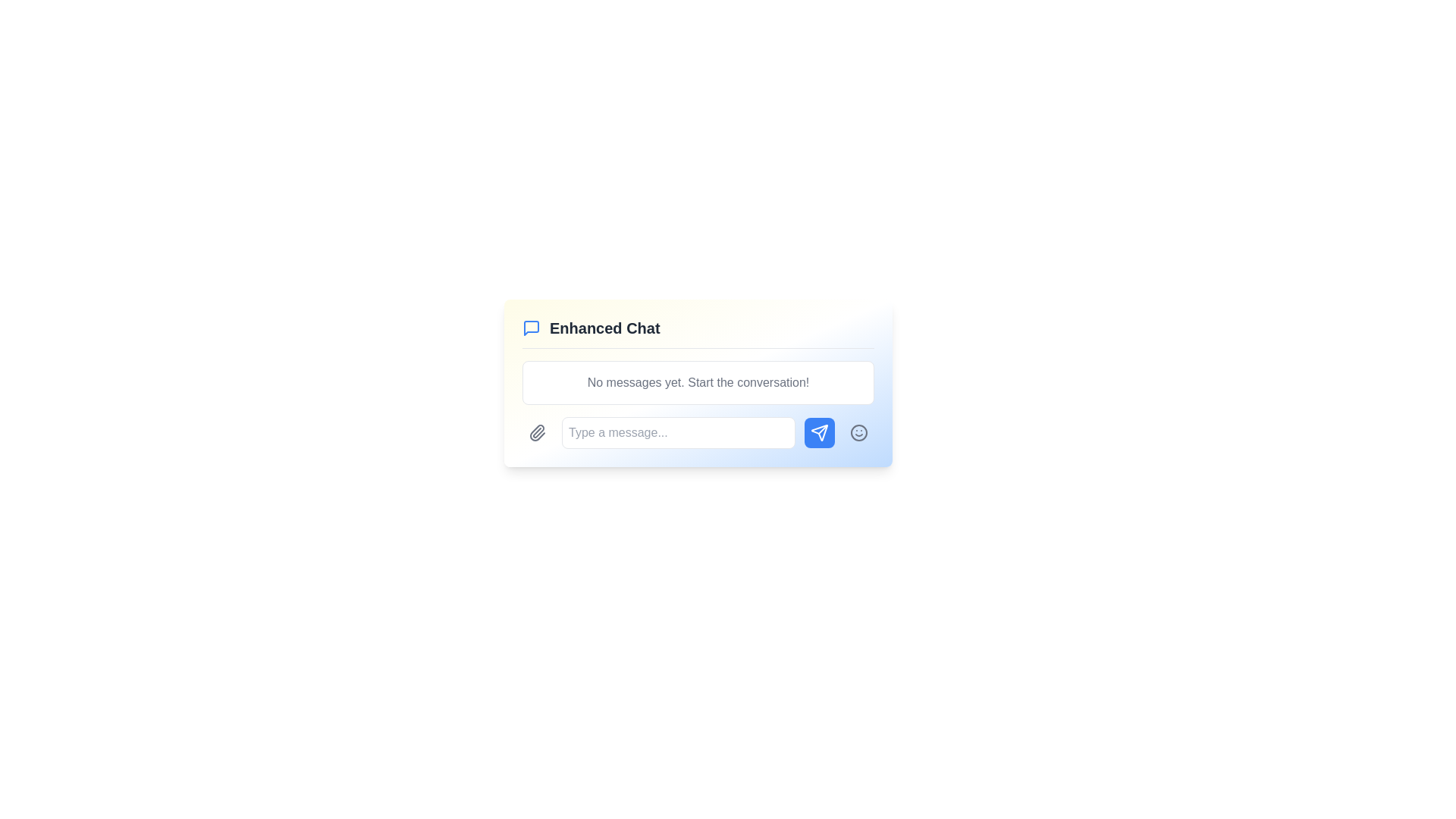 This screenshot has height=819, width=1456. What do you see at coordinates (818, 432) in the screenshot?
I see `the send message button located to the right of the text input field in the chat interface` at bounding box center [818, 432].